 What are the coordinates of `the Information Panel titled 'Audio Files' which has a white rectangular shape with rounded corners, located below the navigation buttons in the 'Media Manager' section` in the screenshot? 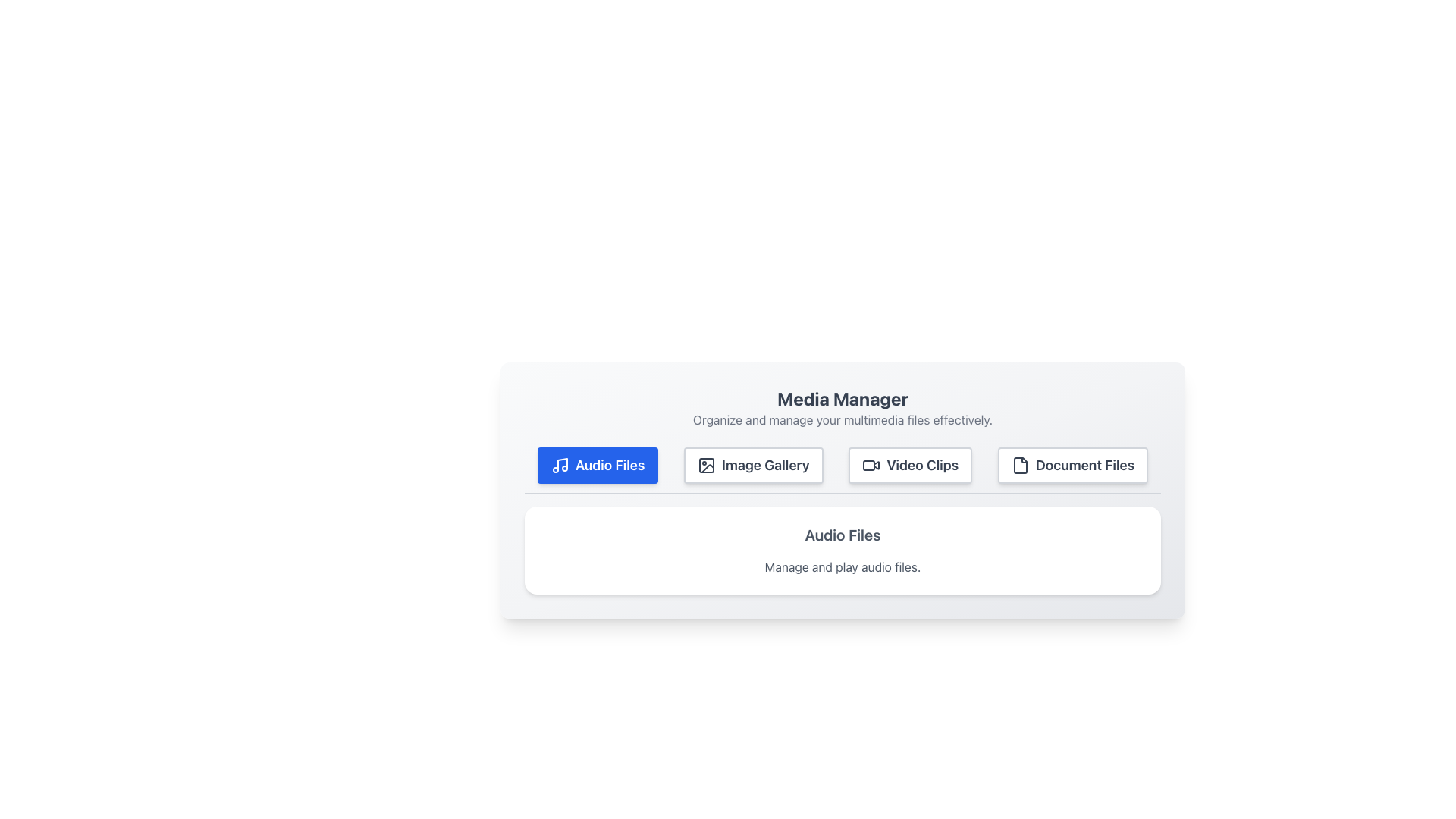 It's located at (842, 550).